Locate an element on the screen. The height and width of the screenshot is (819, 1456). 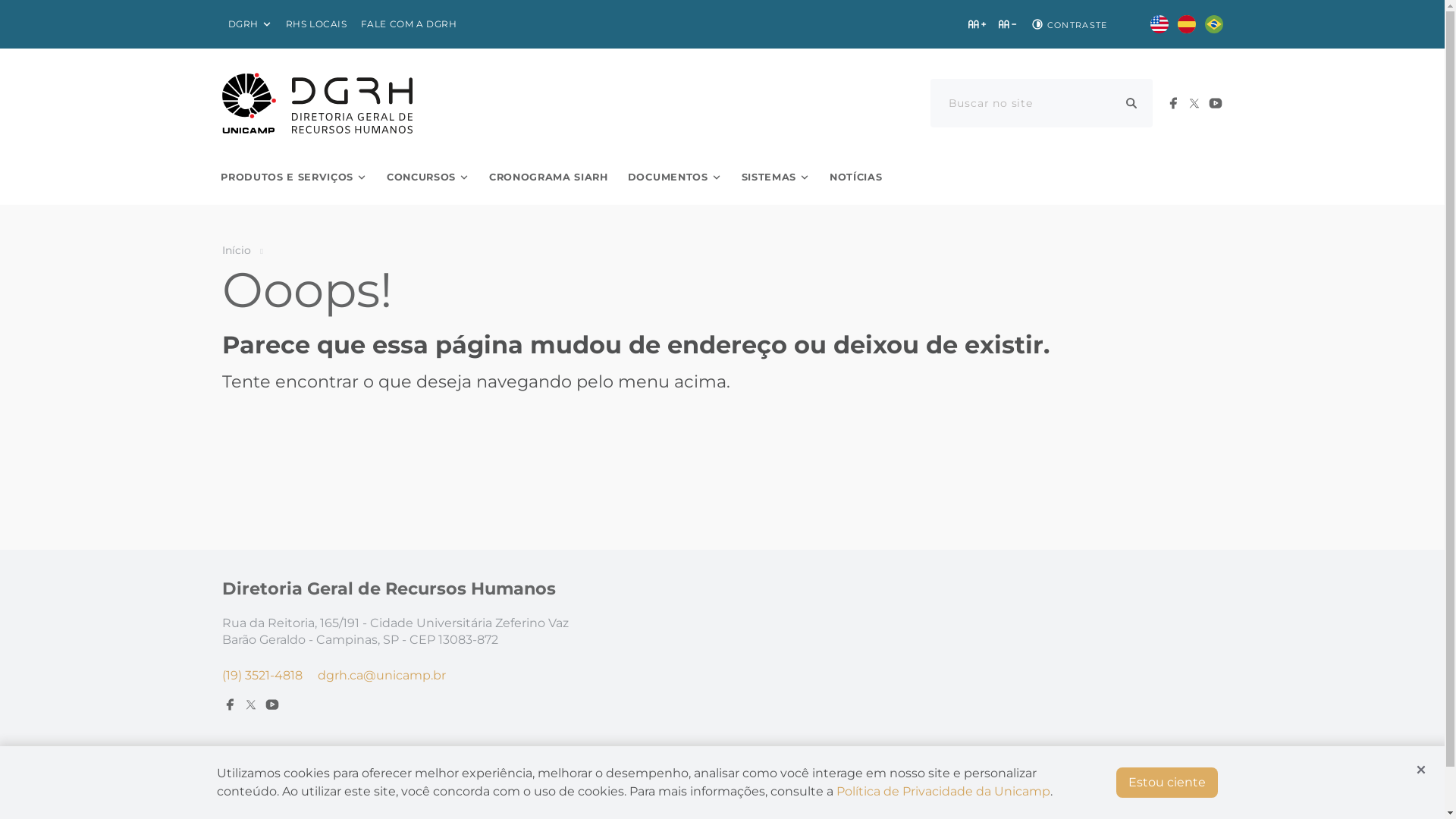
'English' is located at coordinates (1150, 24).